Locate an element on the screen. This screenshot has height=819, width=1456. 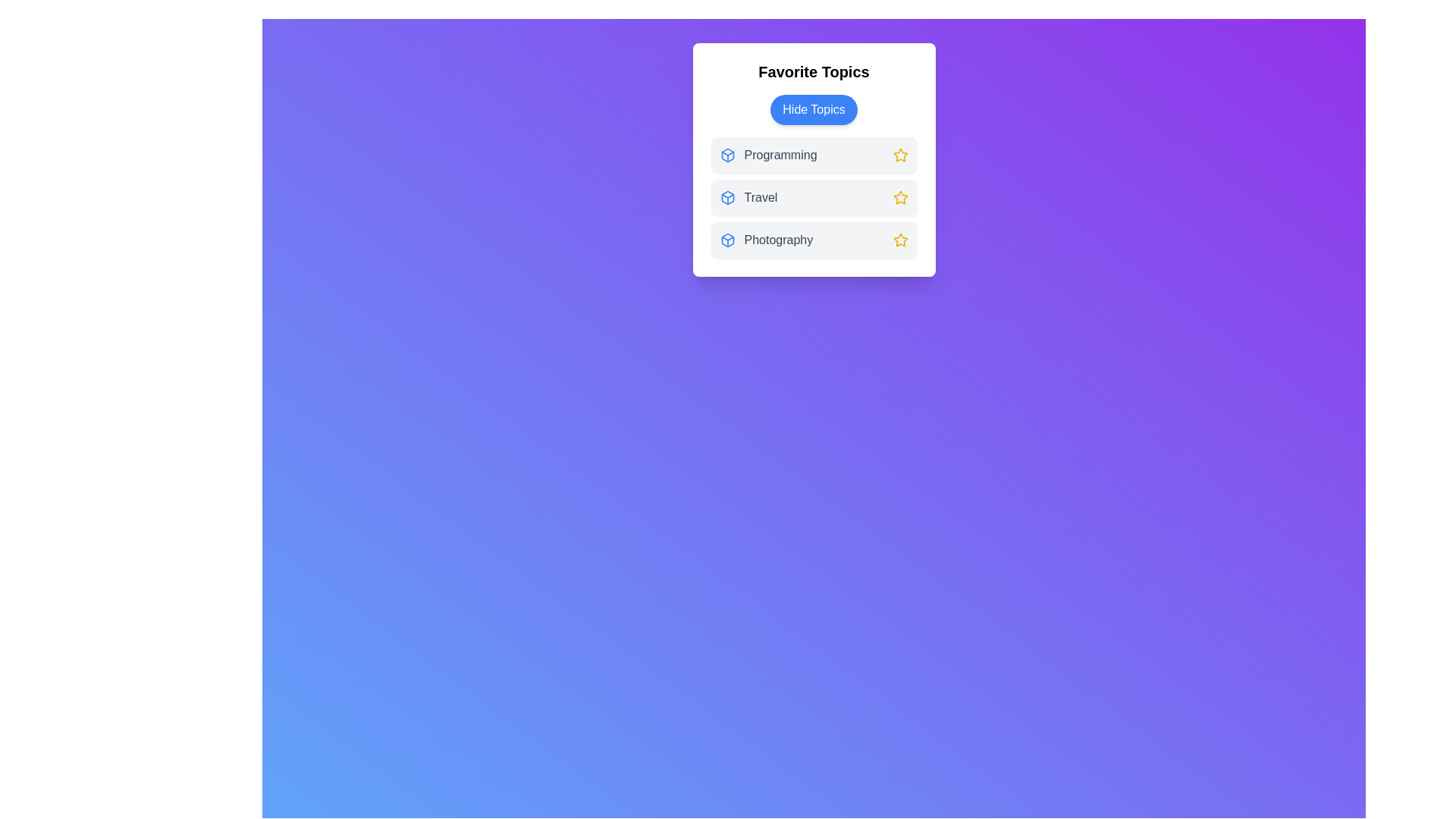
the static label displaying the topic 'Programming' in the list of favorite topics, which is the first item in the vertical list under the heading 'Favorite Topics' is located at coordinates (813, 155).